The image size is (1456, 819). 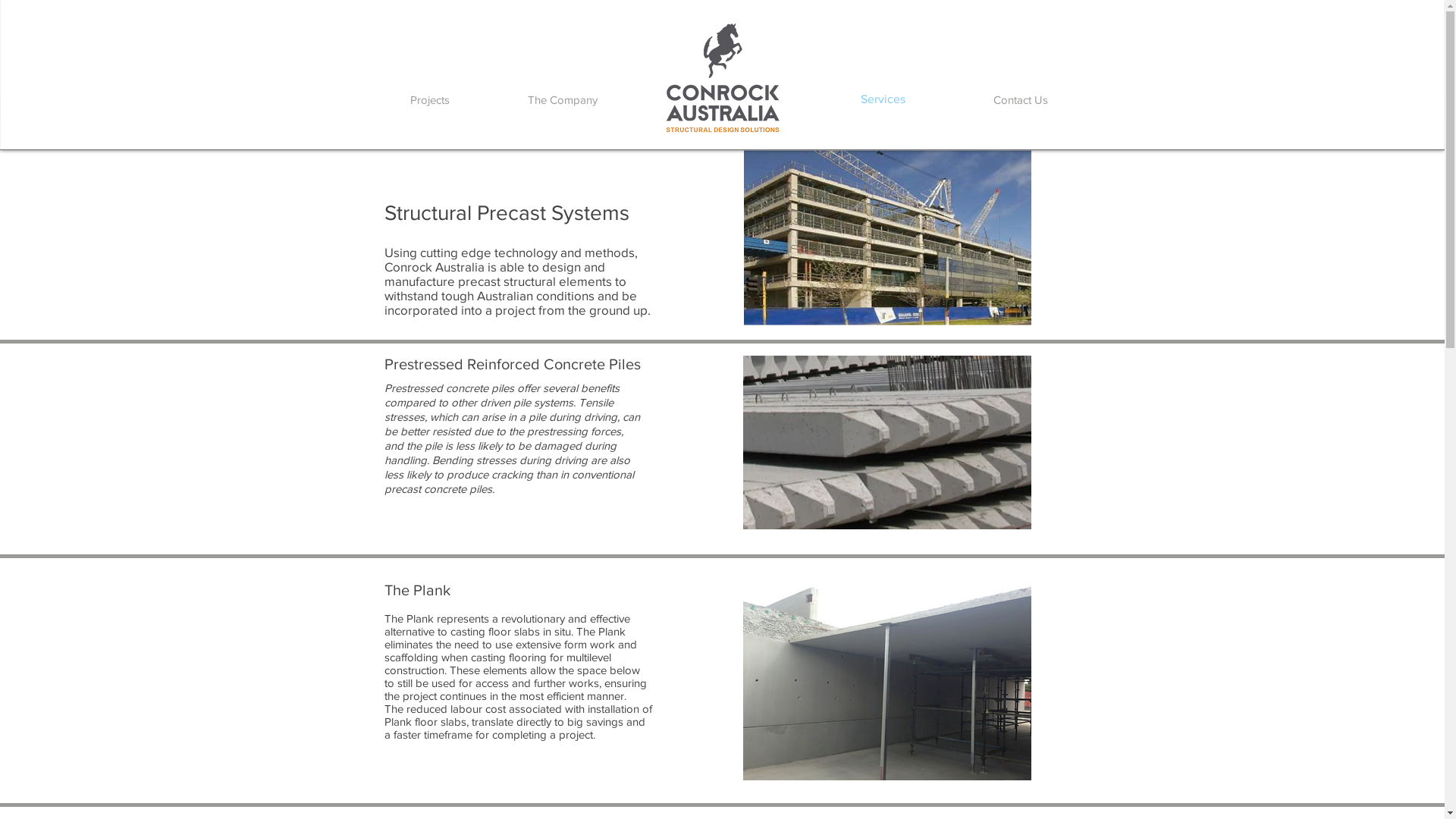 I want to click on 'Contact Us', so click(x=1019, y=99).